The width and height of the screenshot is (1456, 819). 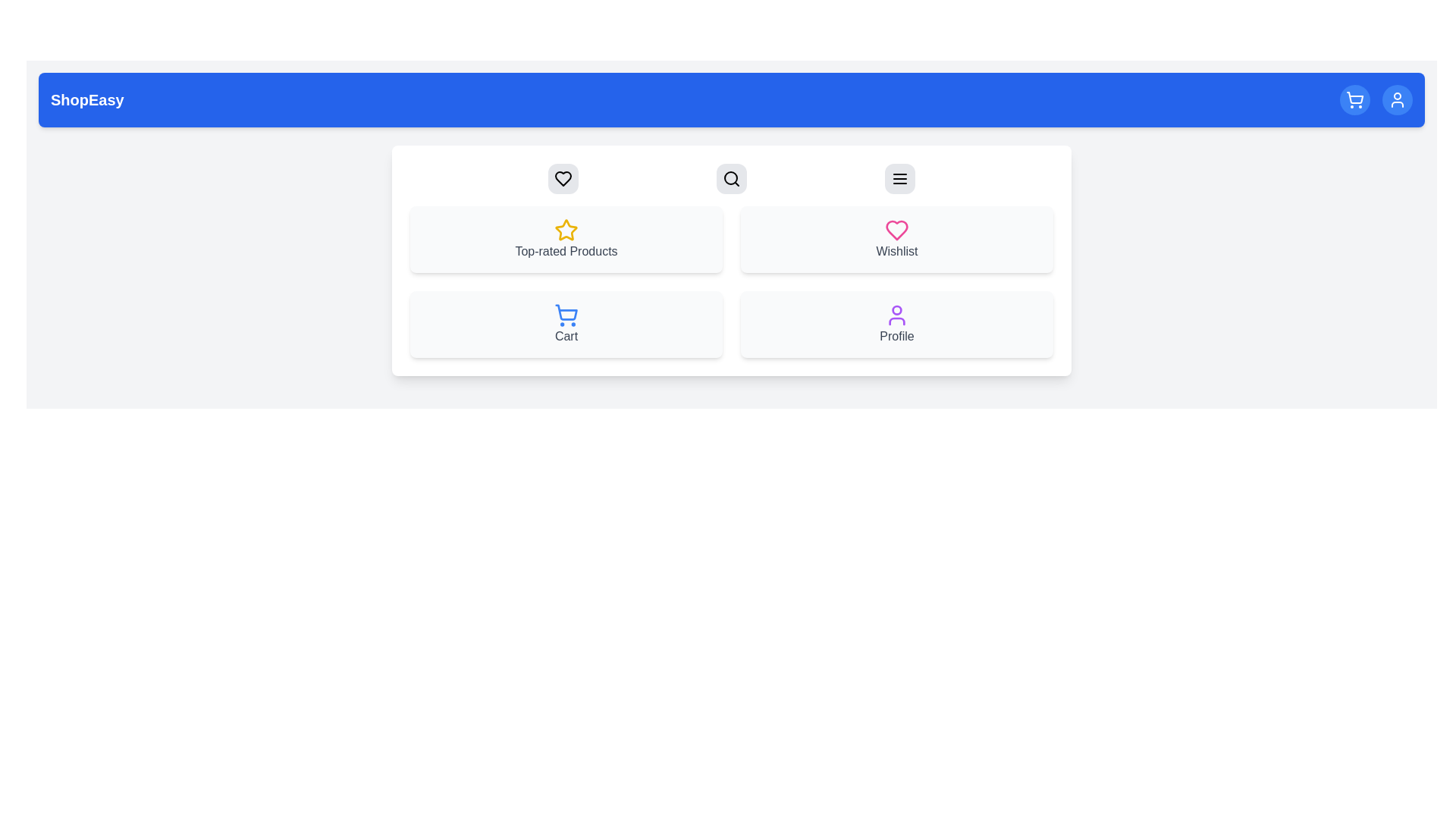 I want to click on the user profile icon, which is visually styled with a purple color and consists of a circular head and rounded body shape, located above the 'Profile' text, so click(x=896, y=315).